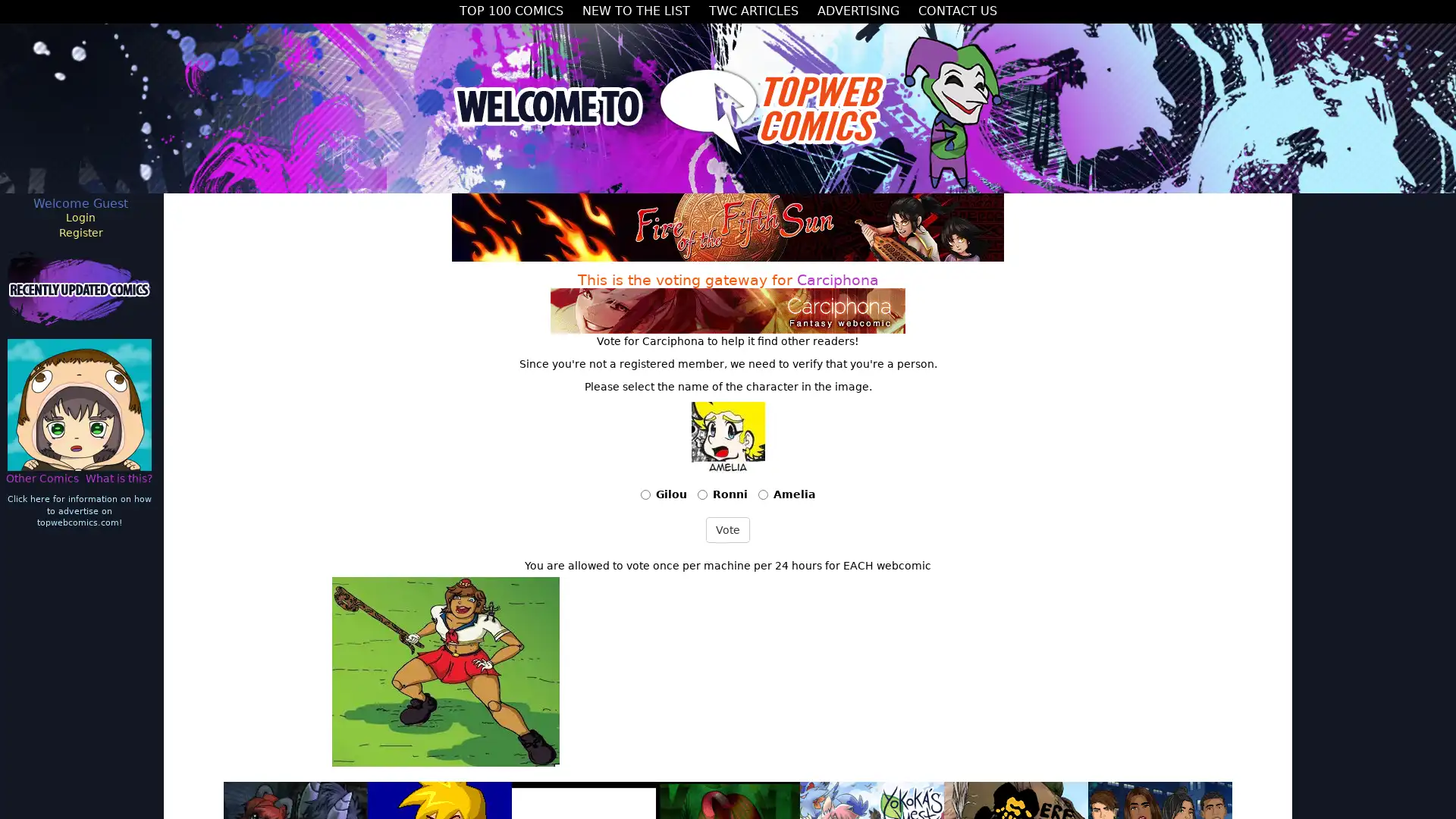  What do you see at coordinates (728, 529) in the screenshot?
I see `Vote` at bounding box center [728, 529].